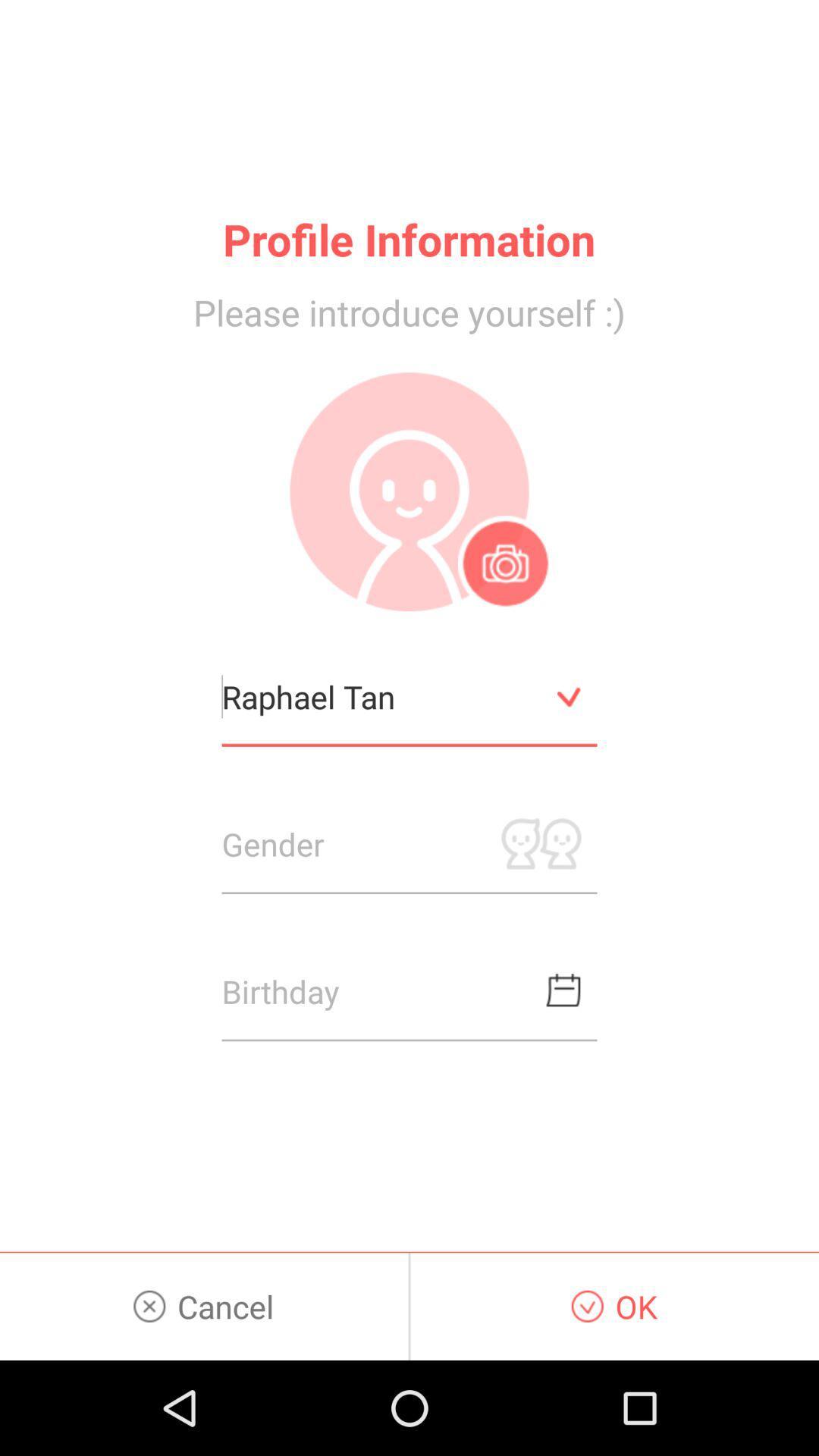 The image size is (819, 1456). Describe the element at coordinates (569, 745) in the screenshot. I see `the check icon` at that location.